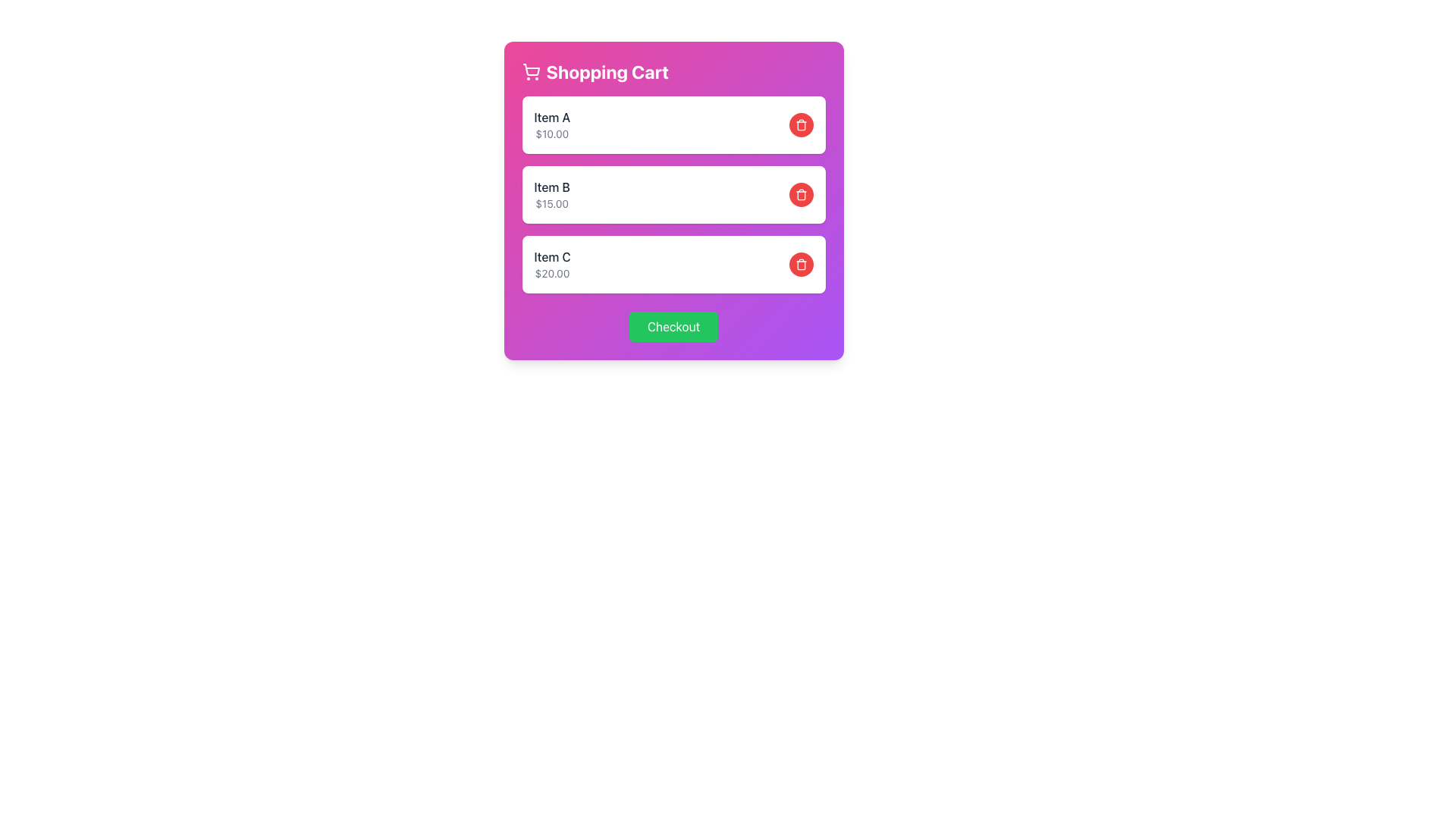  Describe the element at coordinates (800, 194) in the screenshot. I see `the circular red button with a white trash bin icon` at that location.